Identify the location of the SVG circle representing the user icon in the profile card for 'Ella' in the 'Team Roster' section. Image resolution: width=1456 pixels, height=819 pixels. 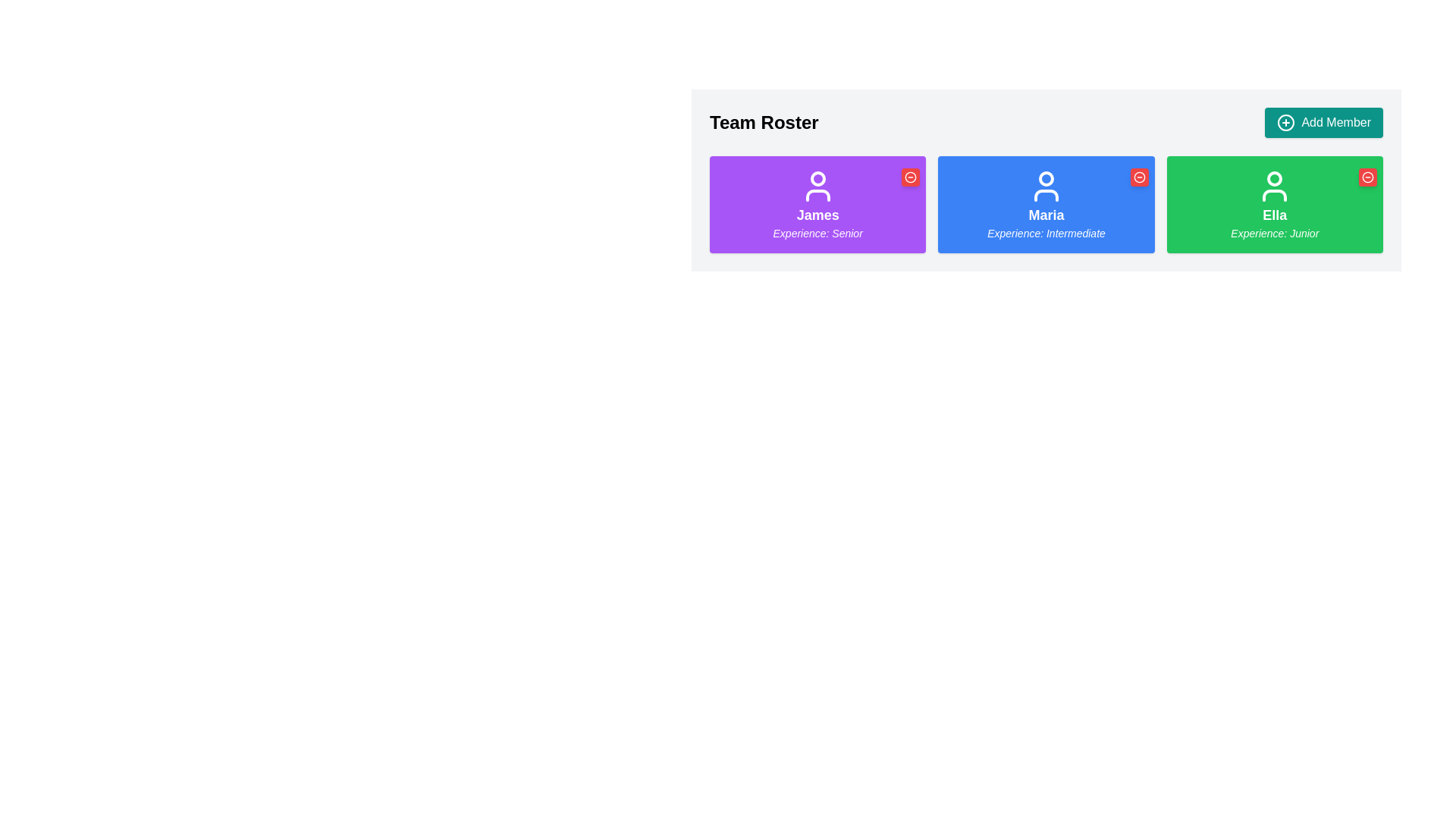
(1274, 177).